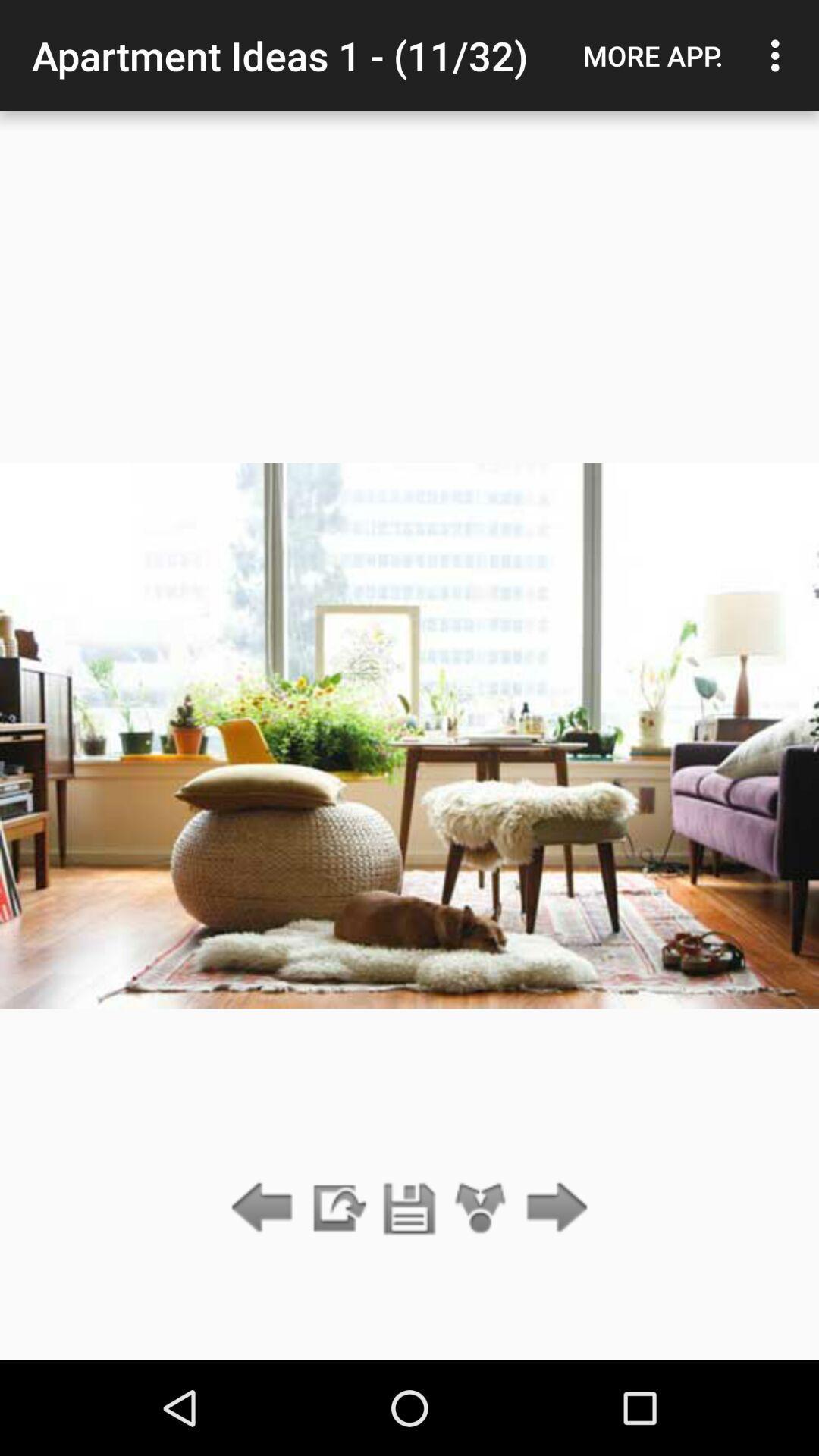  What do you see at coordinates (409, 1208) in the screenshot?
I see `icon below apartment ideas 1 item` at bounding box center [409, 1208].